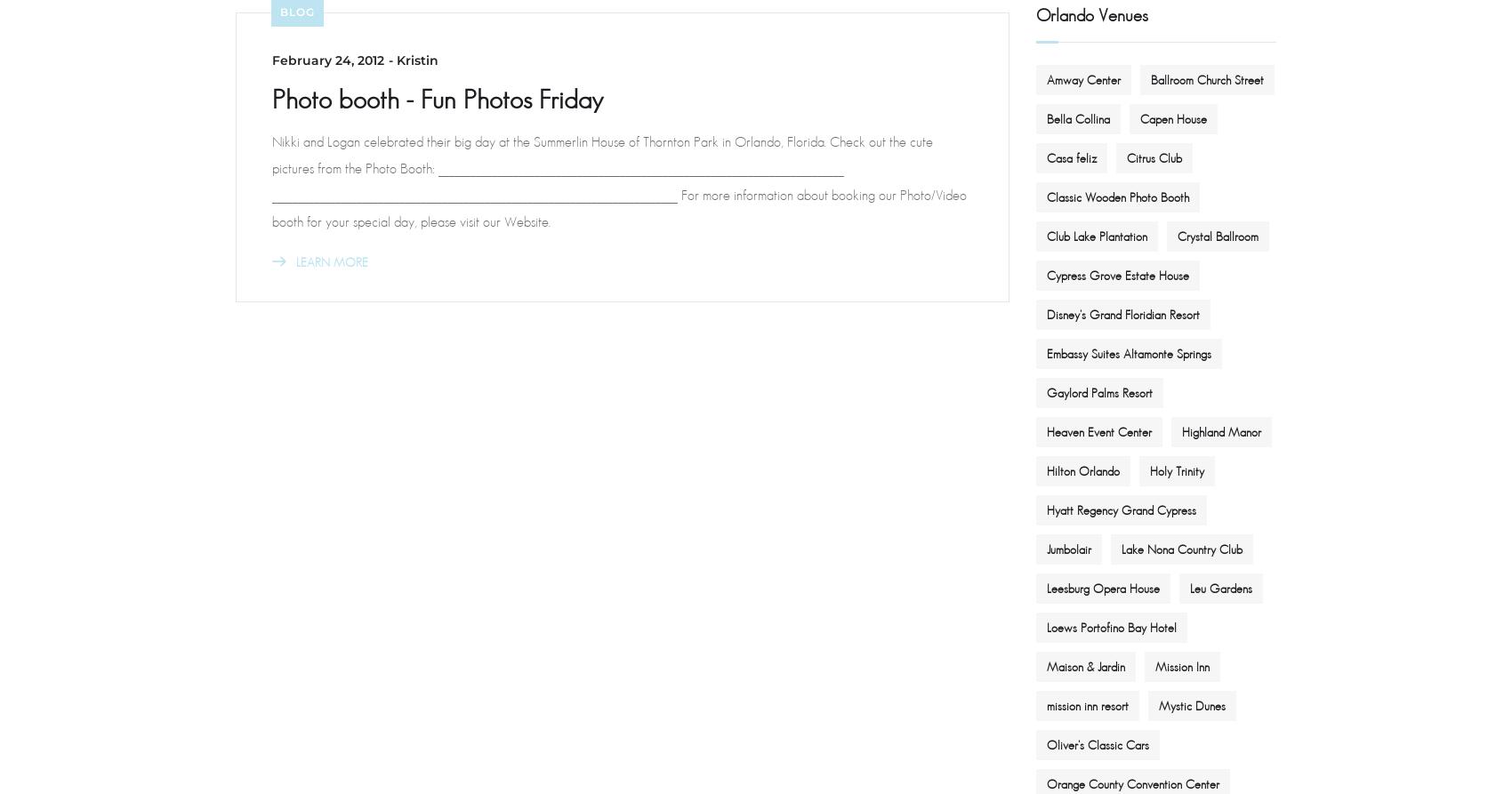  Describe the element at coordinates (1046, 548) in the screenshot. I see `'Jumbolair'` at that location.